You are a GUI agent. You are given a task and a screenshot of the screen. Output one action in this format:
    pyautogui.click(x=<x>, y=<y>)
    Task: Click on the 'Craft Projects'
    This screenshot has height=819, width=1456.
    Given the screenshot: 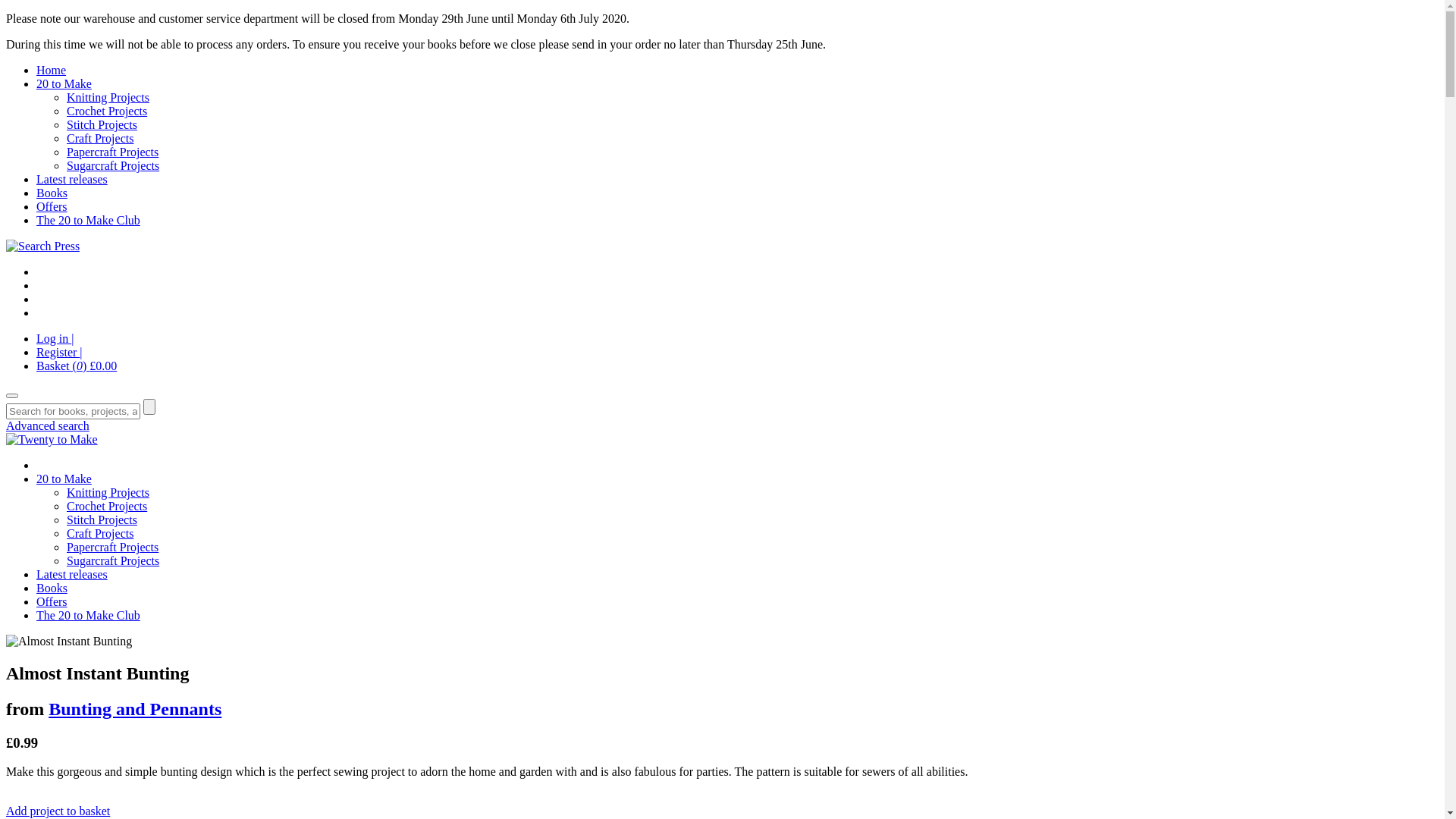 What is the action you would take?
    pyautogui.click(x=65, y=532)
    